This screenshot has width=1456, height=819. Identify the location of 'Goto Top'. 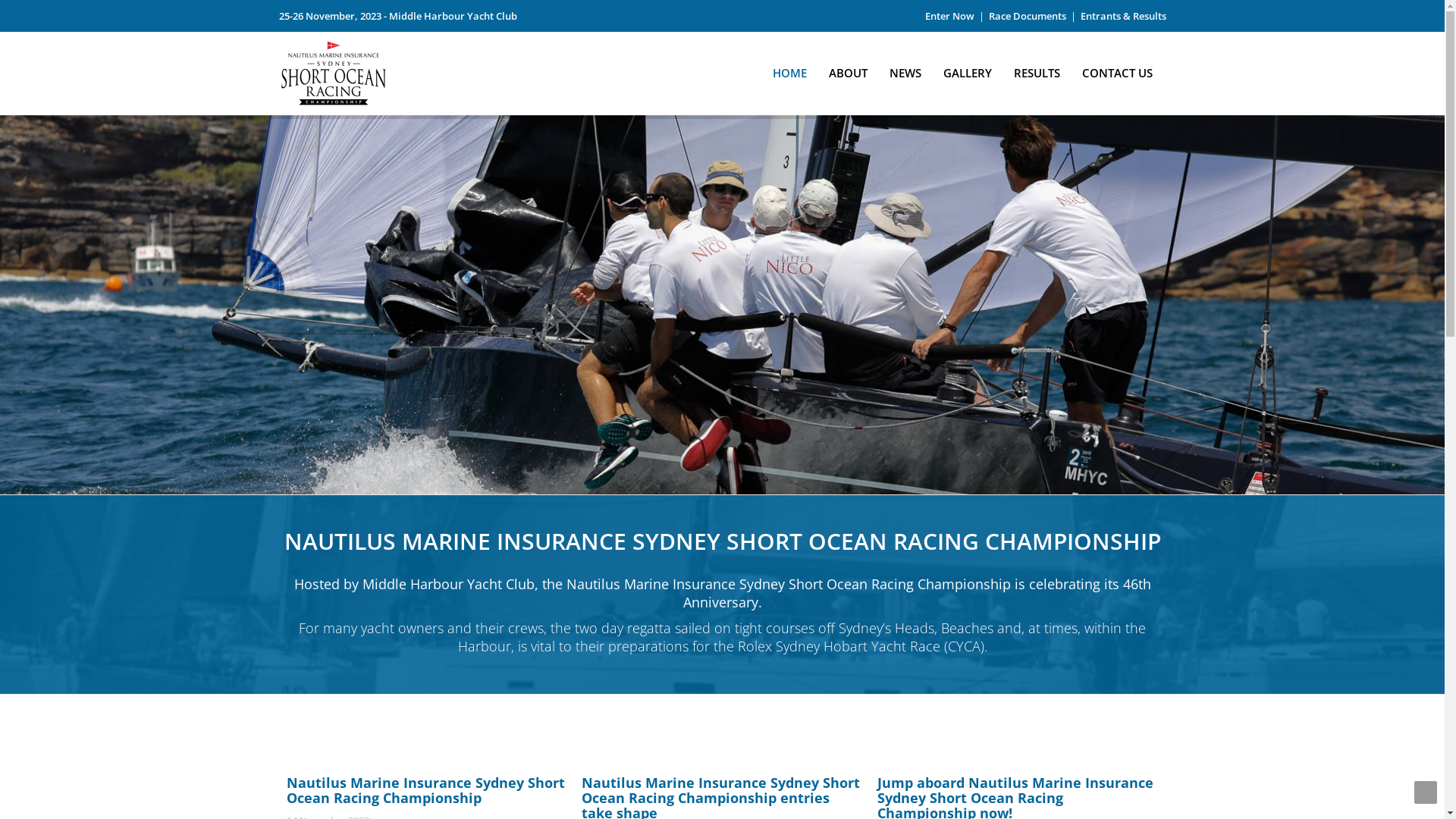
(1425, 792).